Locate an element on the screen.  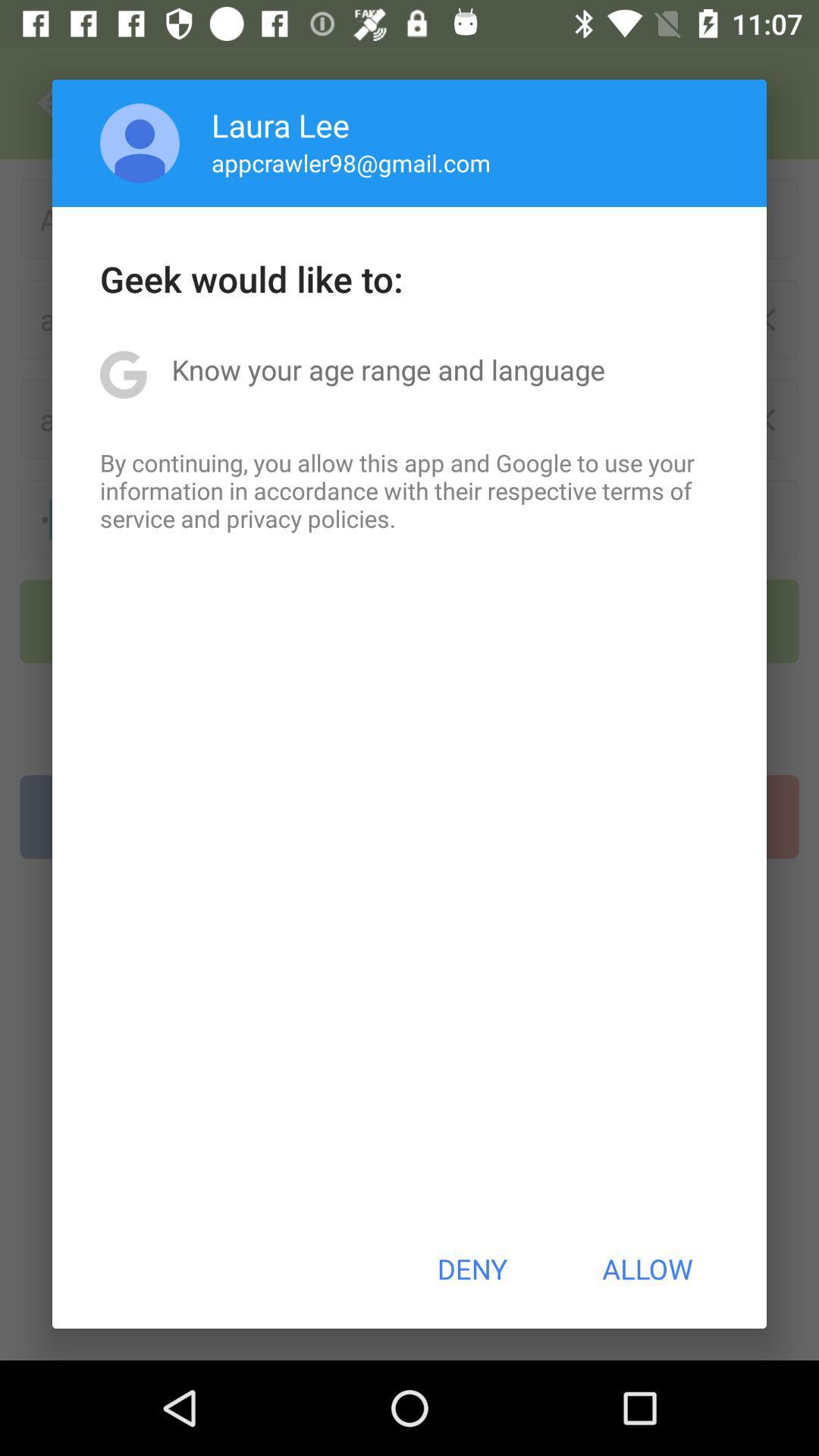
the item above the geek would like app is located at coordinates (351, 162).